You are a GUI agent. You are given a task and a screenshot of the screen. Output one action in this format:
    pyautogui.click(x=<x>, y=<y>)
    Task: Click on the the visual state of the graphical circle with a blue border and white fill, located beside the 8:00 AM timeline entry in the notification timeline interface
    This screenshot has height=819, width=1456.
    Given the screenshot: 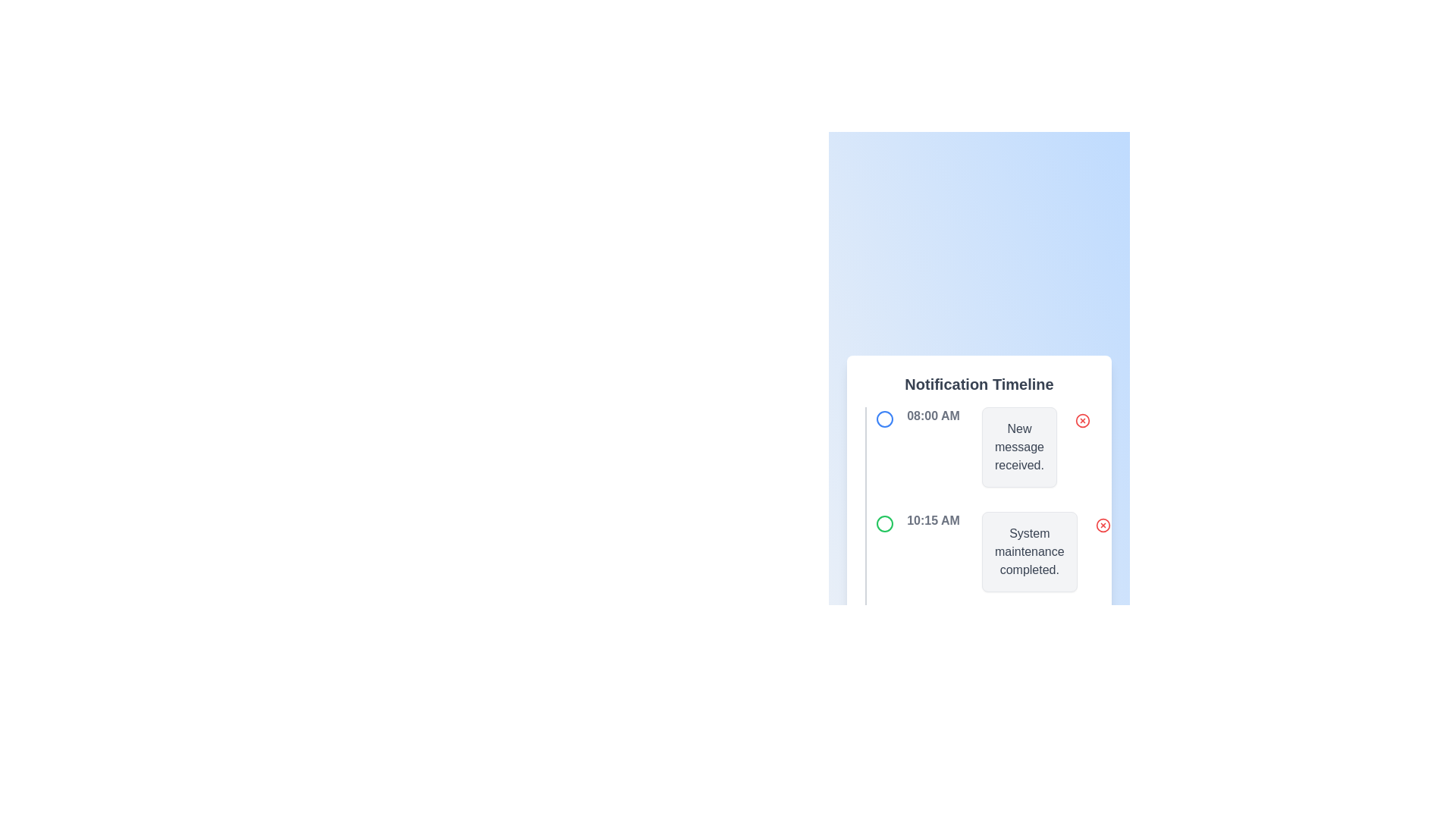 What is the action you would take?
    pyautogui.click(x=884, y=419)
    